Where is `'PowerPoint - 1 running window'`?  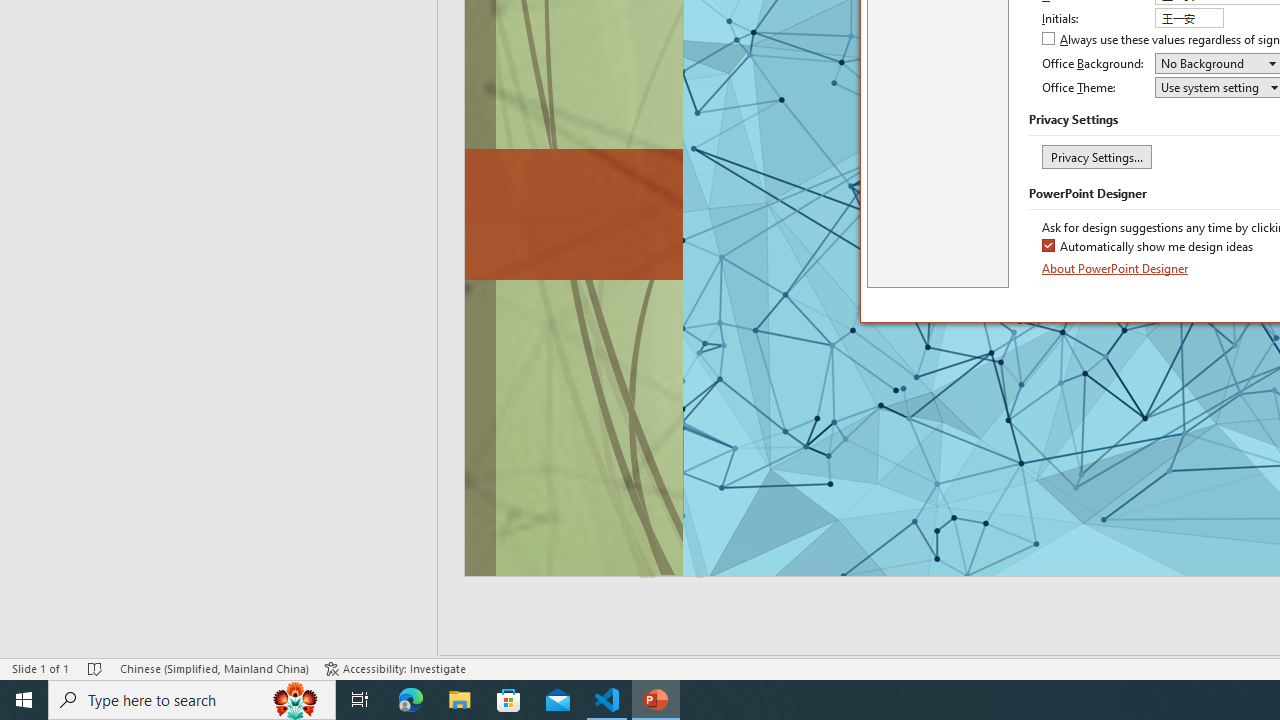 'PowerPoint - 1 running window' is located at coordinates (656, 698).